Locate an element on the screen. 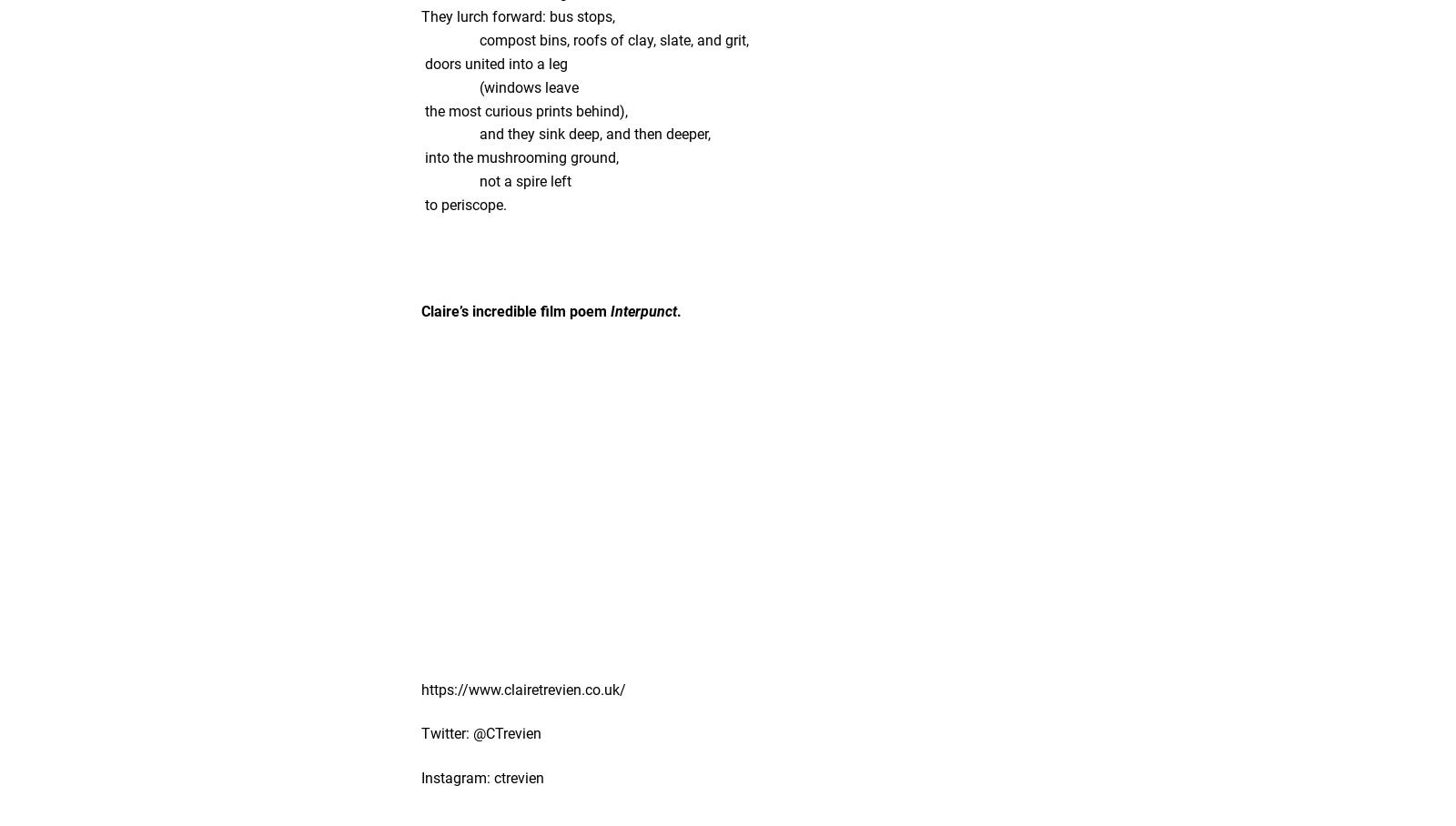  'doors united into a leg' is located at coordinates (493, 63).